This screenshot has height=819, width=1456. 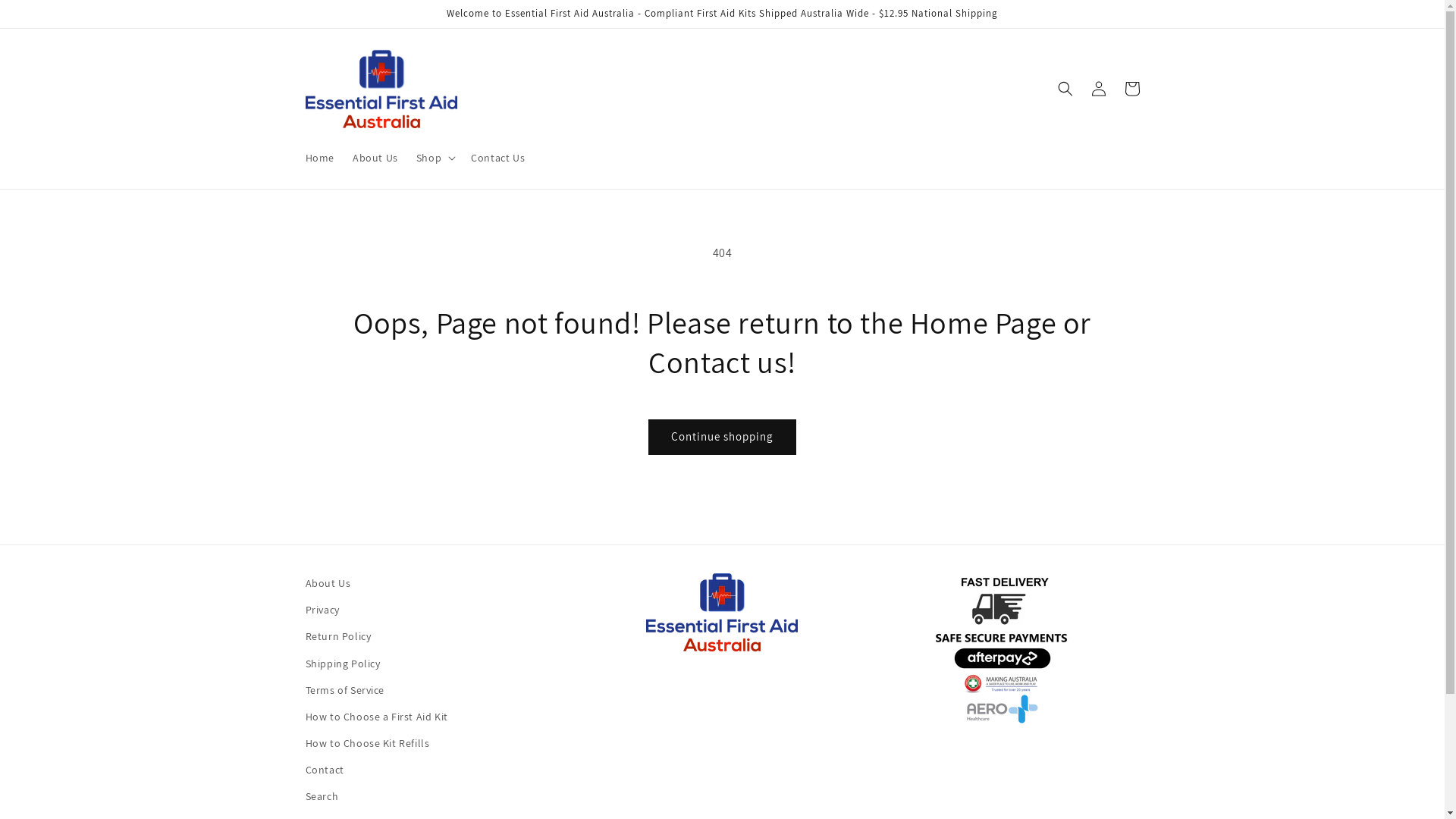 What do you see at coordinates (497, 158) in the screenshot?
I see `'Contact Us'` at bounding box center [497, 158].